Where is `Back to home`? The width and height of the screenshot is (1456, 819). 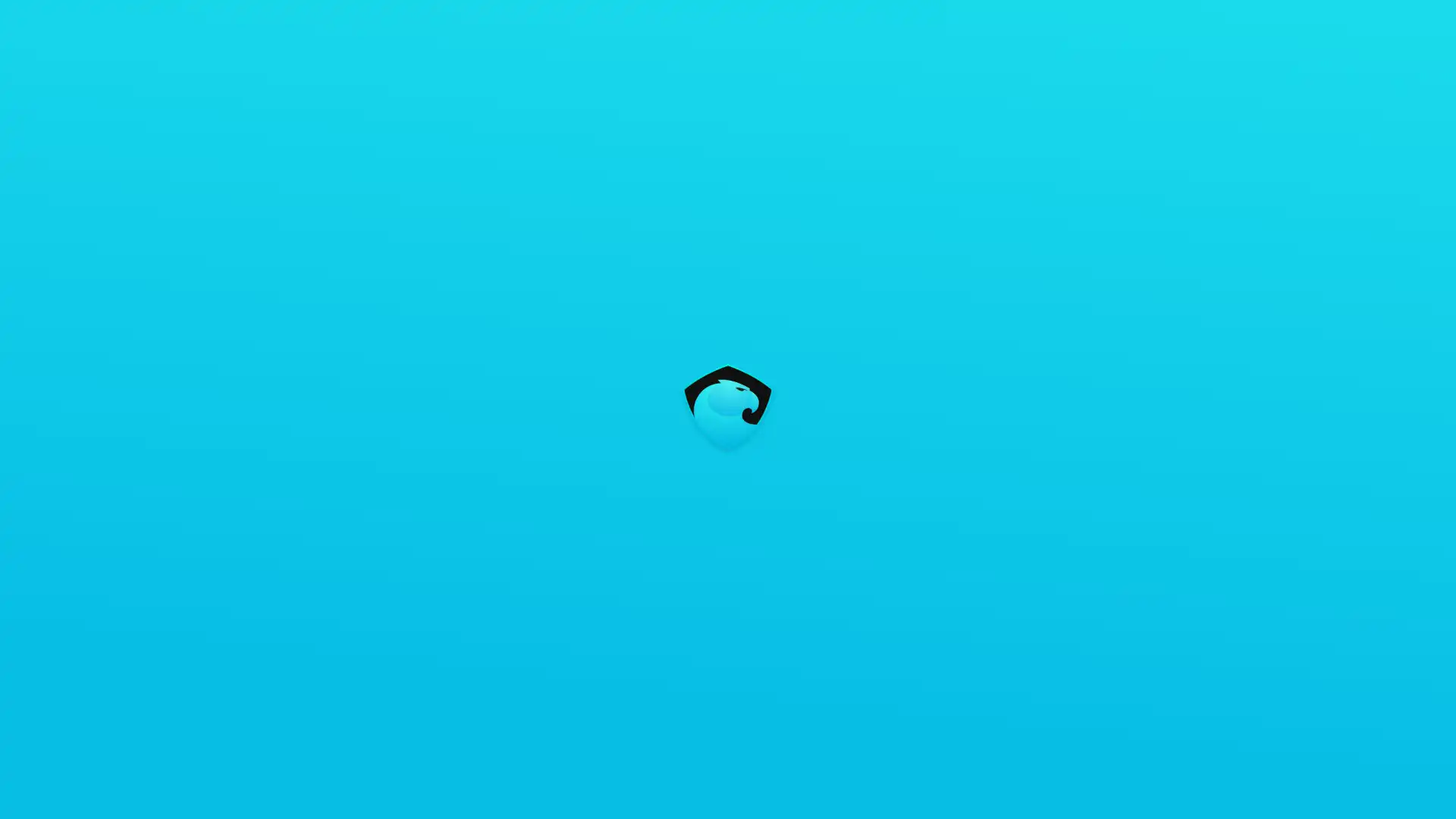
Back to home is located at coordinates (25, 24).